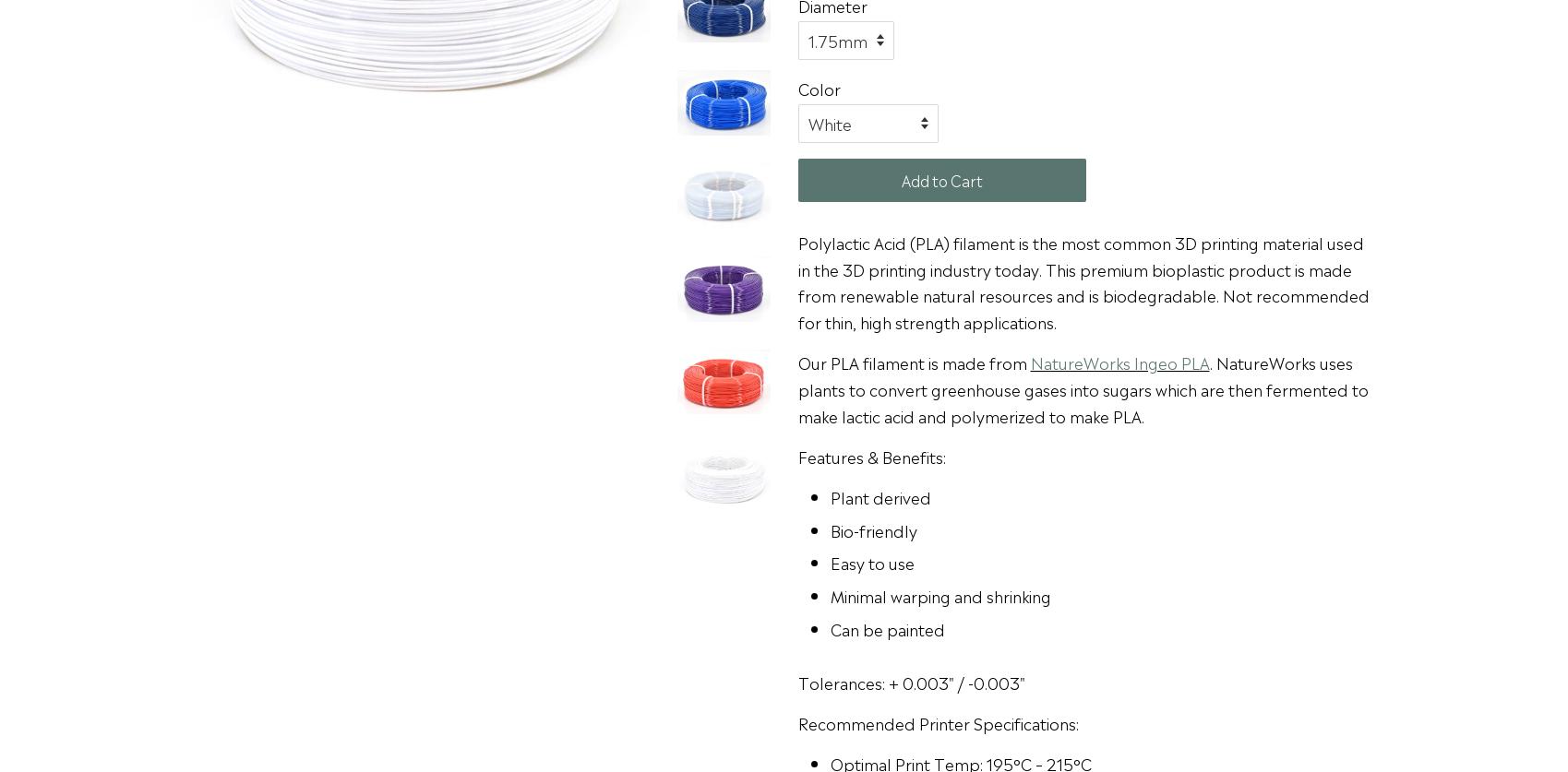  I want to click on 'Bio-friendly', so click(828, 529).